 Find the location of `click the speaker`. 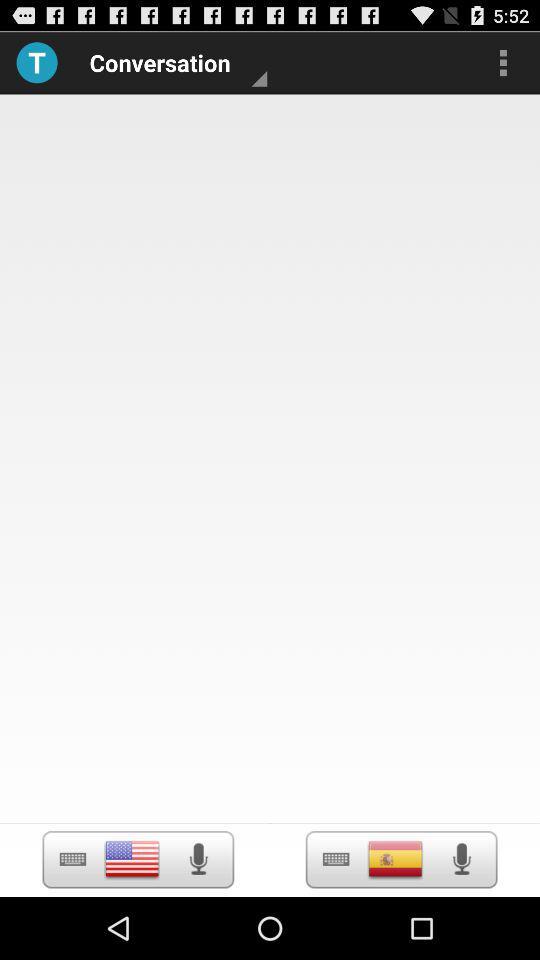

click the speaker is located at coordinates (198, 858).